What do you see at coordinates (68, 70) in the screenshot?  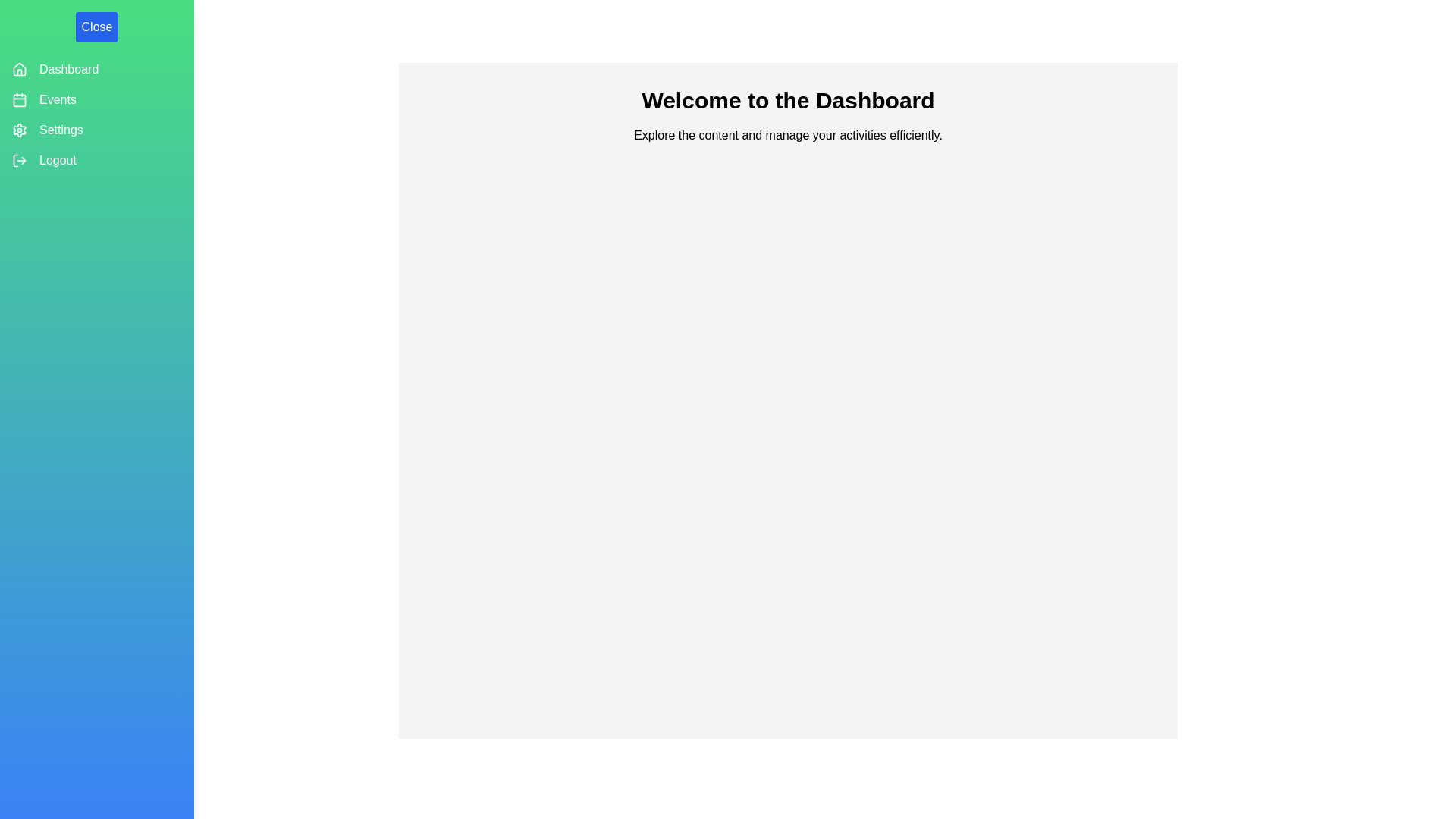 I see `the 'Dashboard' item in the drawer navigation` at bounding box center [68, 70].